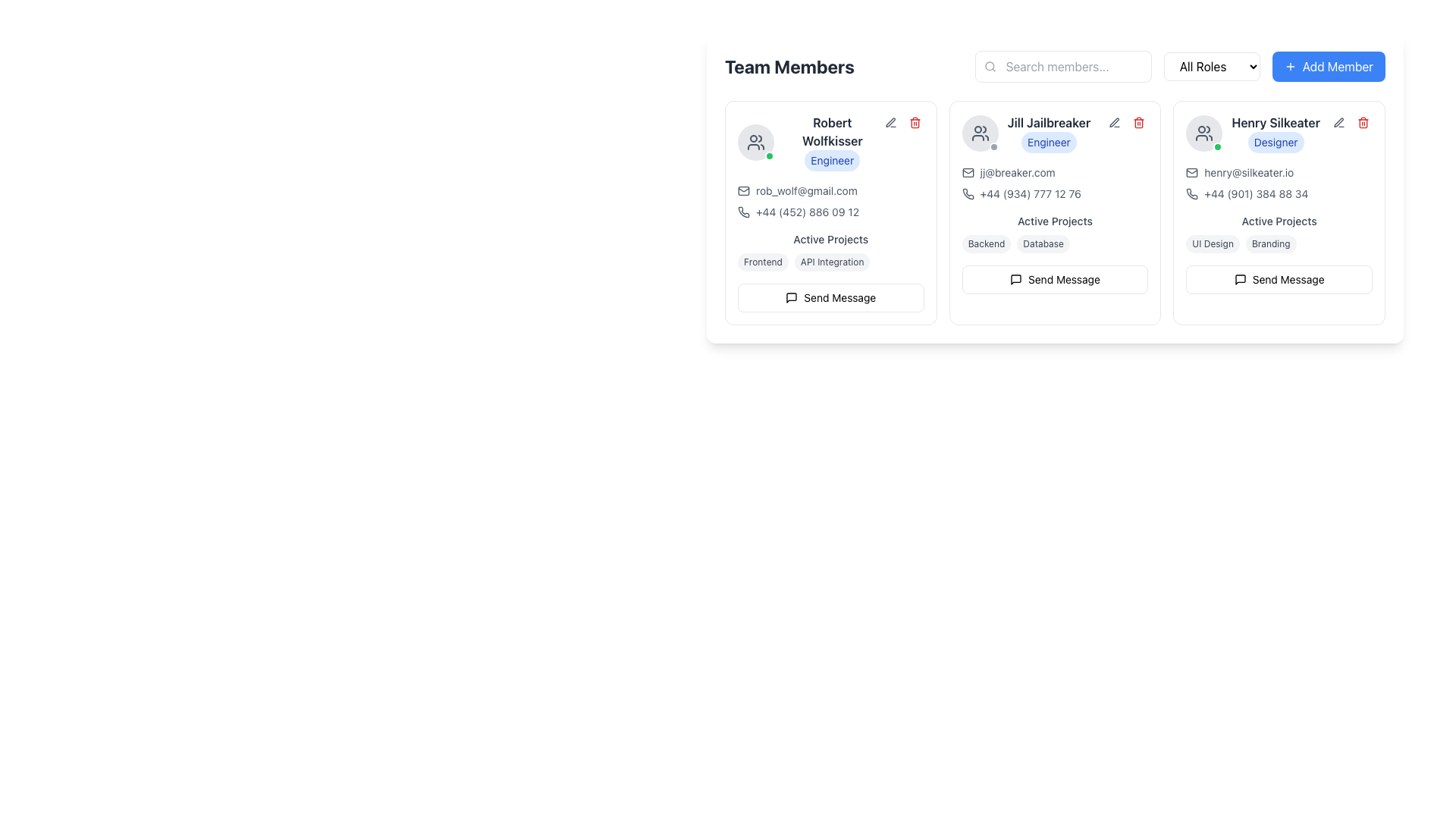  What do you see at coordinates (1048, 143) in the screenshot?
I see `the Badge representing Jill Jailbreaker's role within the team, located in the middle-right card underneath her name` at bounding box center [1048, 143].